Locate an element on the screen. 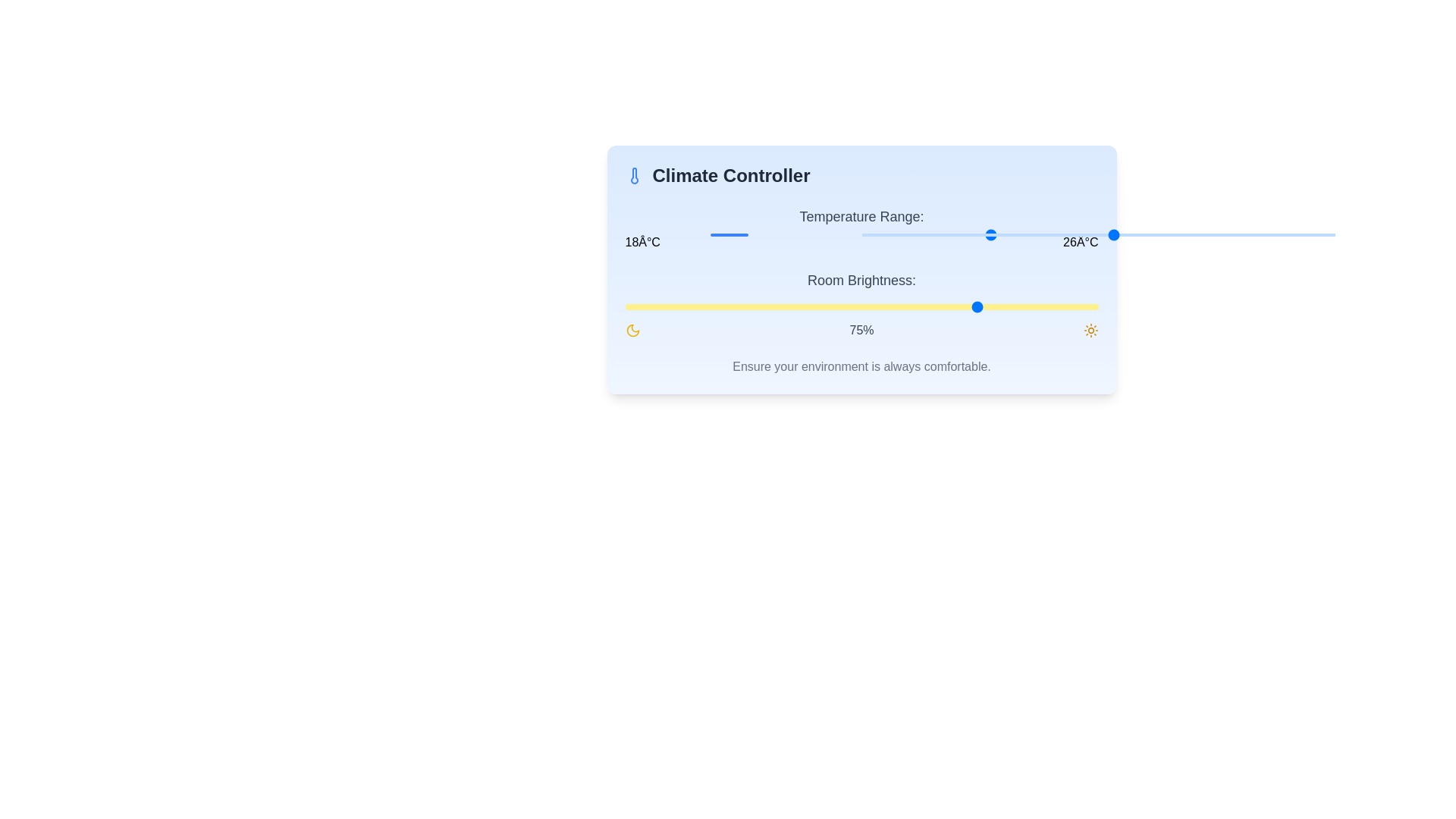 The image size is (1456, 819). the non-interactive vector icon representing the temperature functionality in the 'Climate Controller' section, located to the left of the text 'Climate Controller' is located at coordinates (634, 174).